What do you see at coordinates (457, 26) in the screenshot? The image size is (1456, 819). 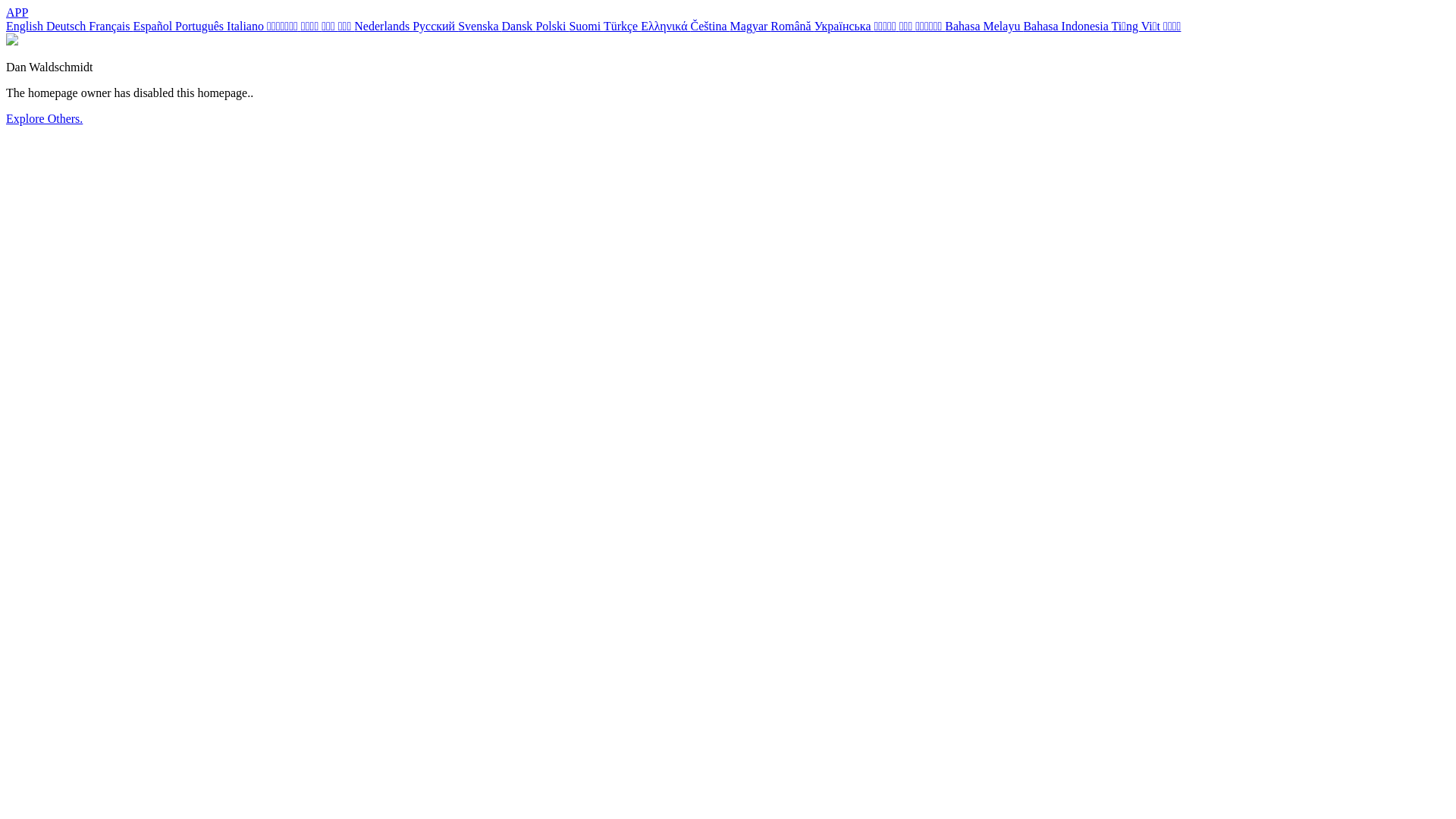 I see `'Svenska'` at bounding box center [457, 26].